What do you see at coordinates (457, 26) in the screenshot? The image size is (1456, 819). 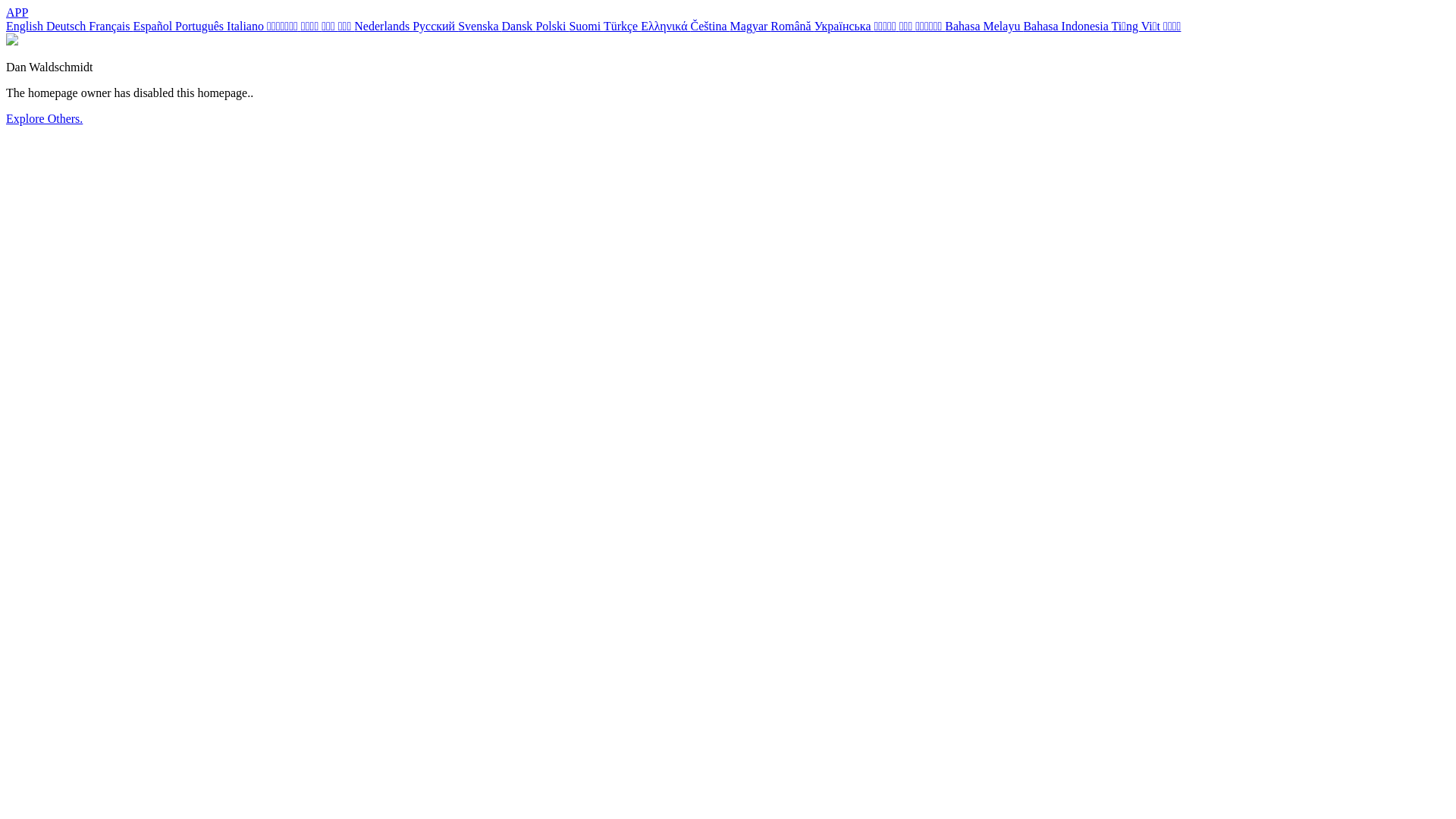 I see `'Svenska'` at bounding box center [457, 26].